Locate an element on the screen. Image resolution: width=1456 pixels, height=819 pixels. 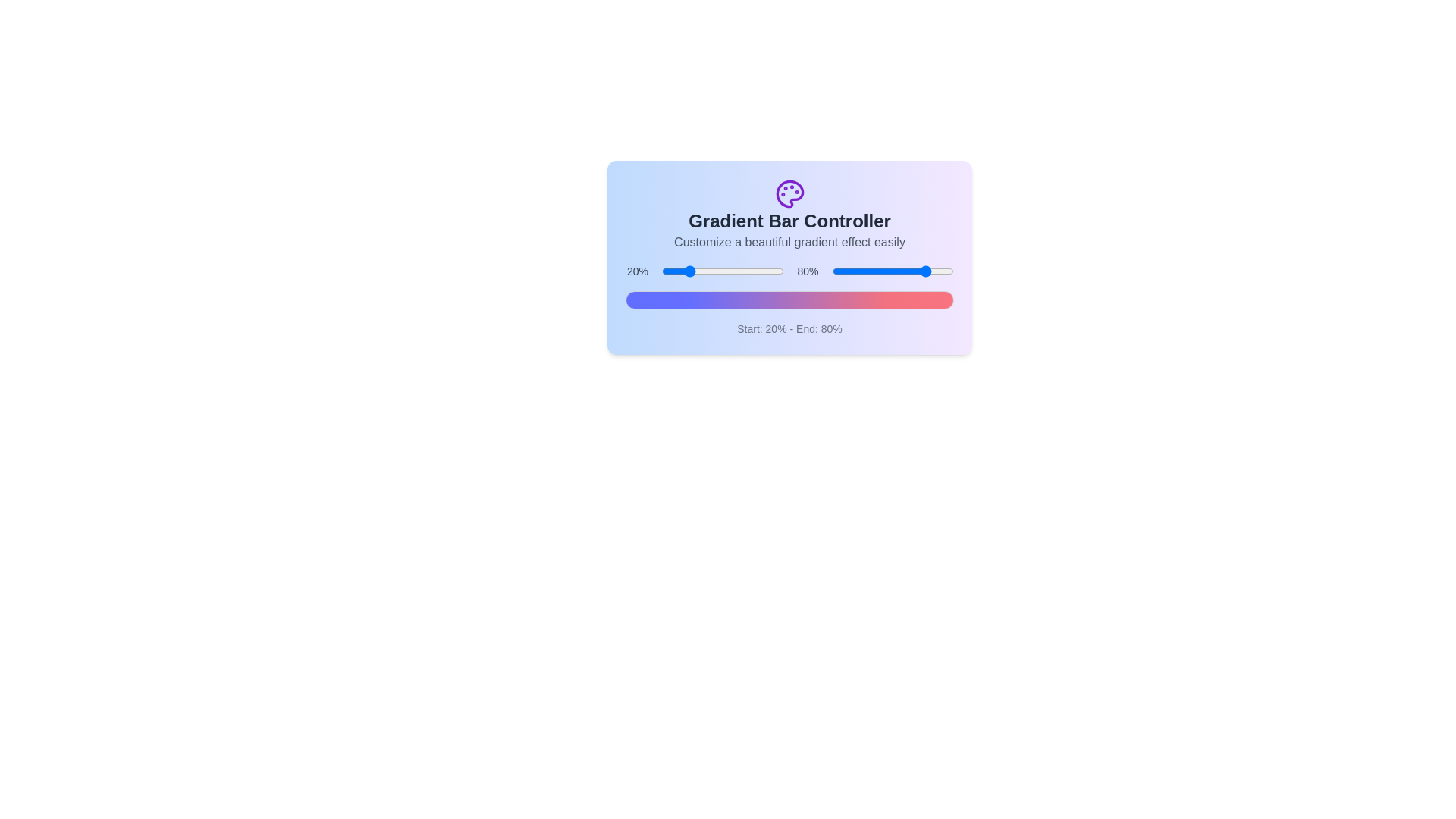
the start percentage slider to 1% is located at coordinates (663, 271).